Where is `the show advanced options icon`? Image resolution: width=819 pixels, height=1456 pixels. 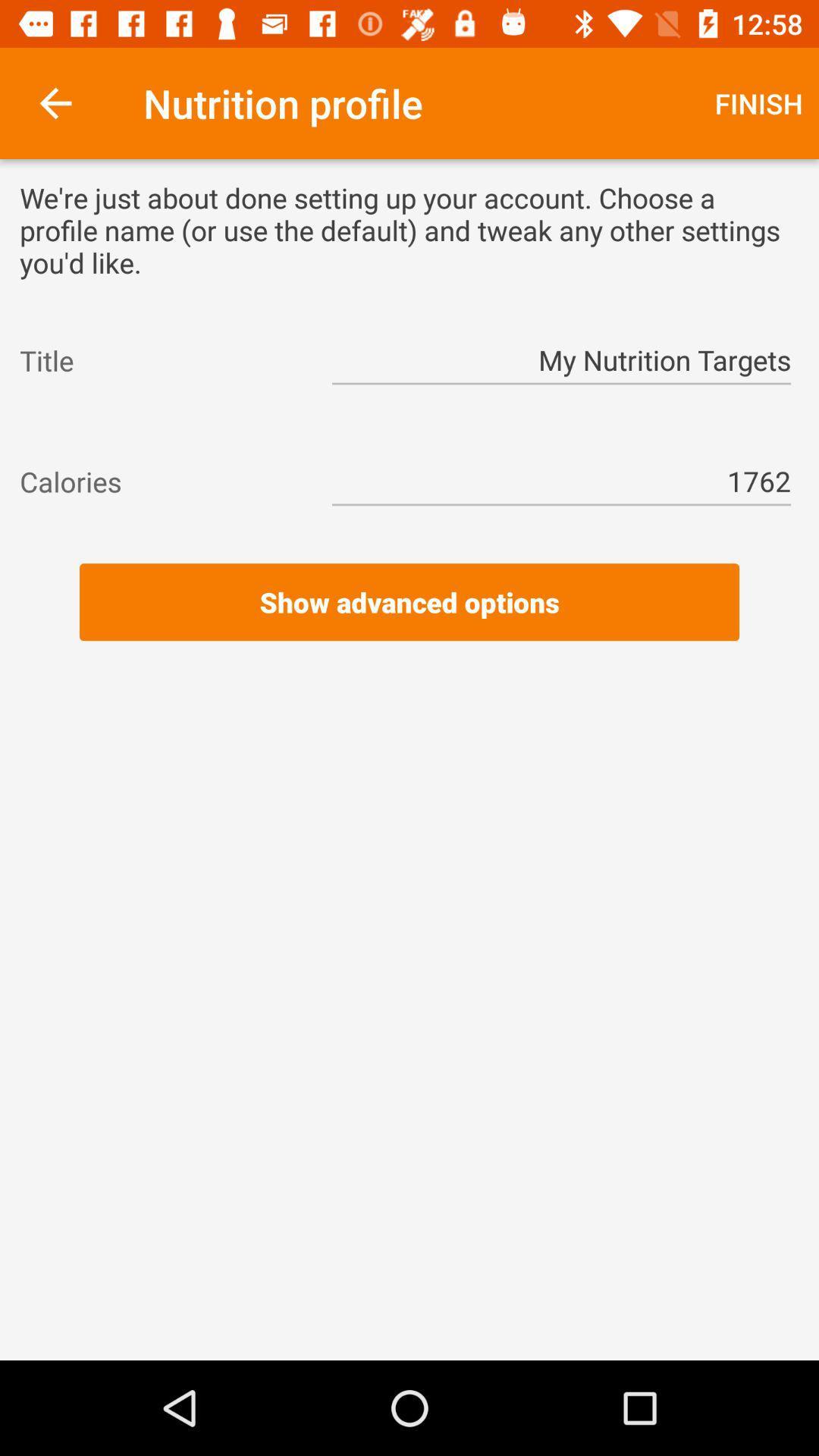 the show advanced options icon is located at coordinates (409, 601).